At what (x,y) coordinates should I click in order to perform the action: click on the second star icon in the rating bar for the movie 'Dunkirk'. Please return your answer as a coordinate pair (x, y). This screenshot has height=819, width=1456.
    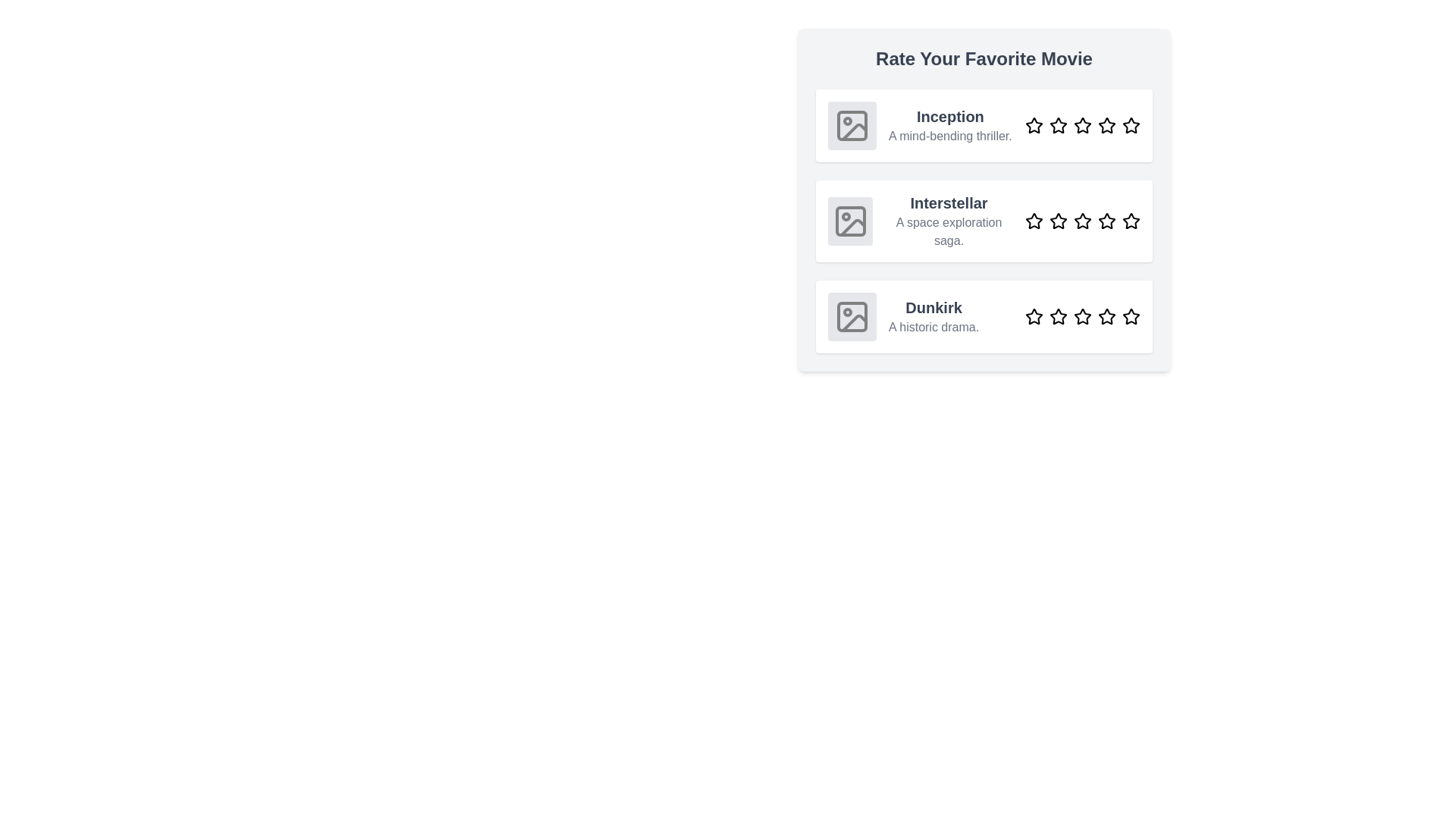
    Looking at the image, I should click on (1058, 315).